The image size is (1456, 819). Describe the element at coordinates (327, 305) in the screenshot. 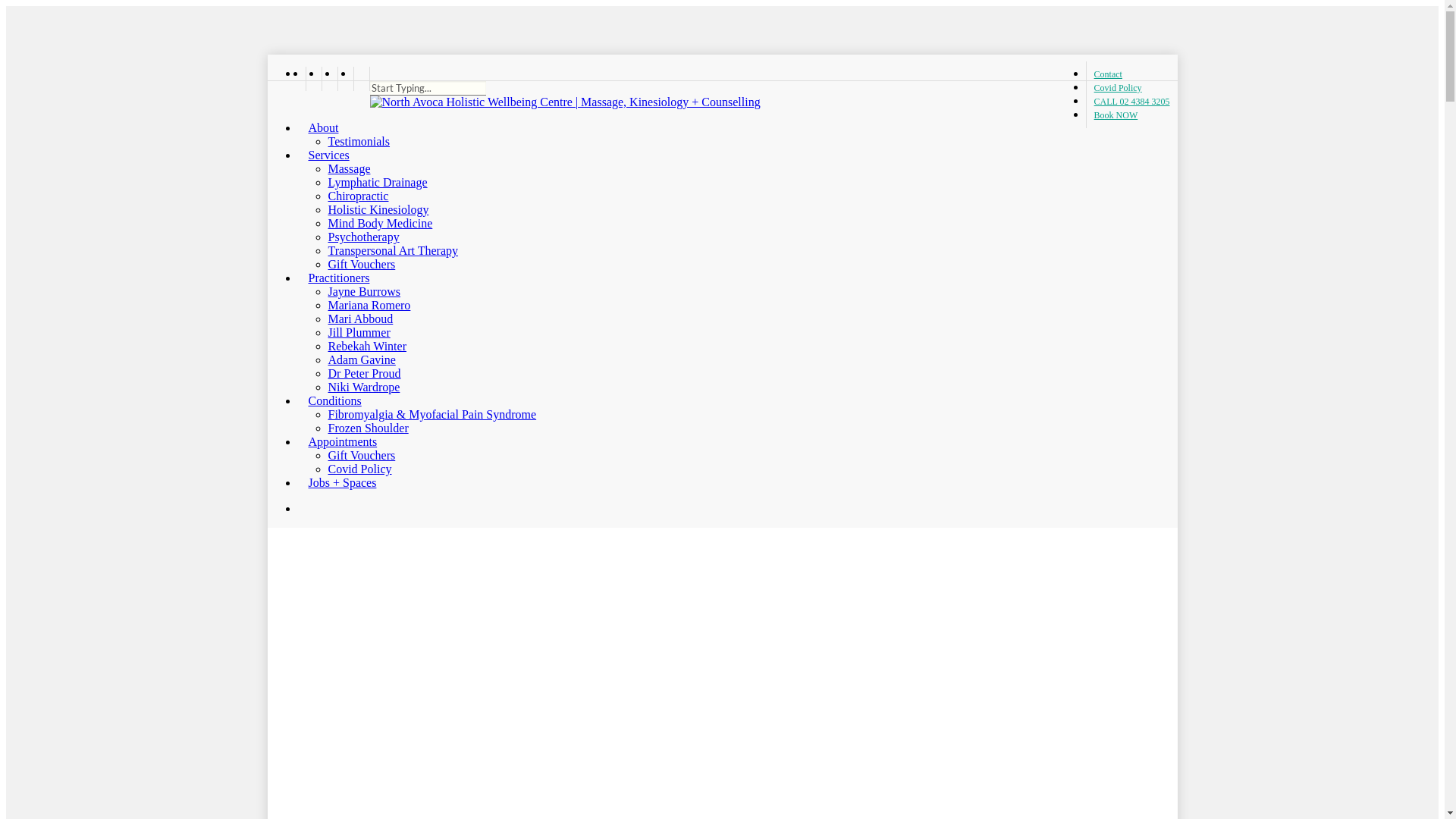

I see `'Mariana Romero'` at that location.